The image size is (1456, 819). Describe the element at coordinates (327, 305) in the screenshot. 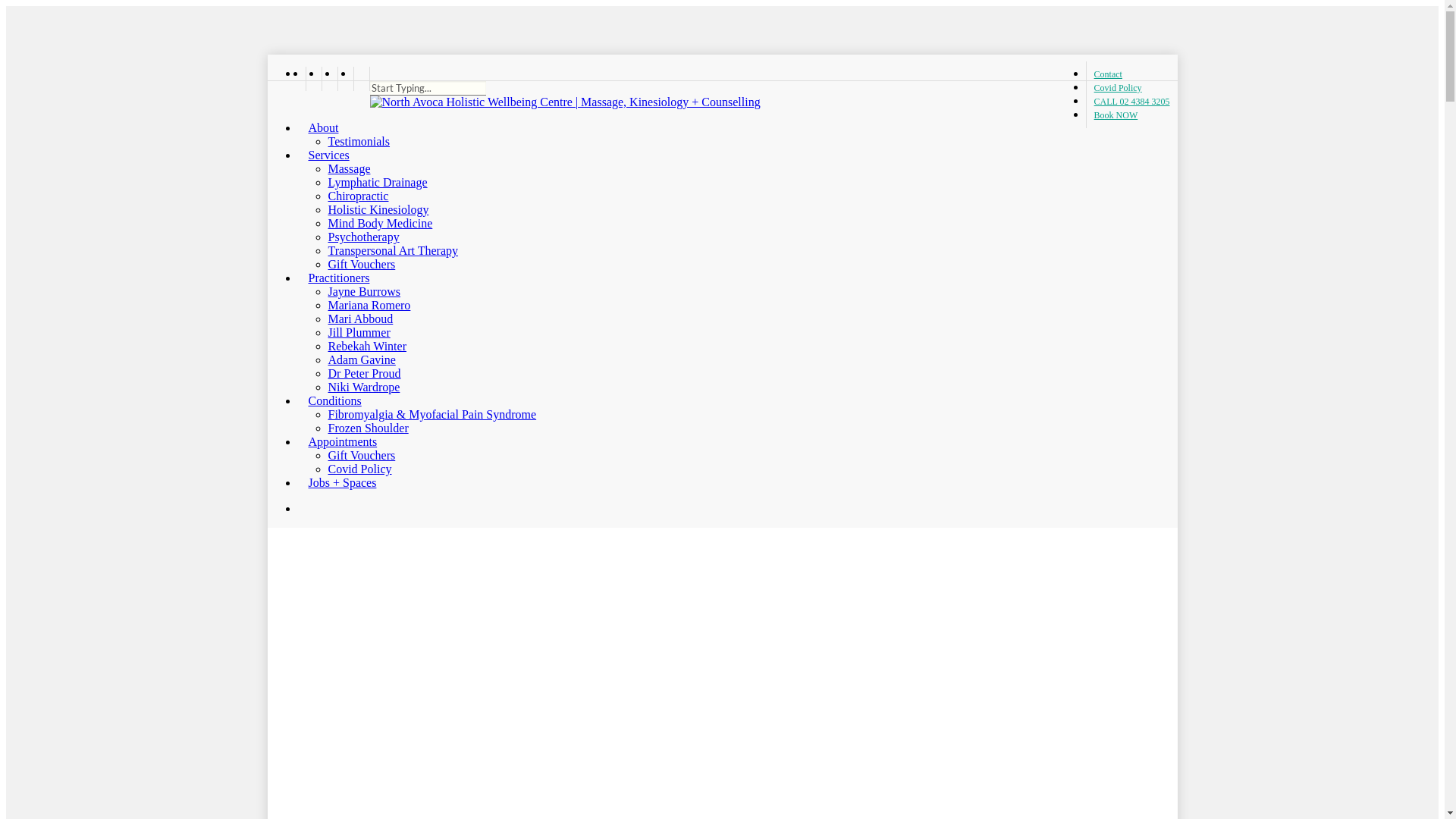

I see `'Mariana Romero'` at that location.